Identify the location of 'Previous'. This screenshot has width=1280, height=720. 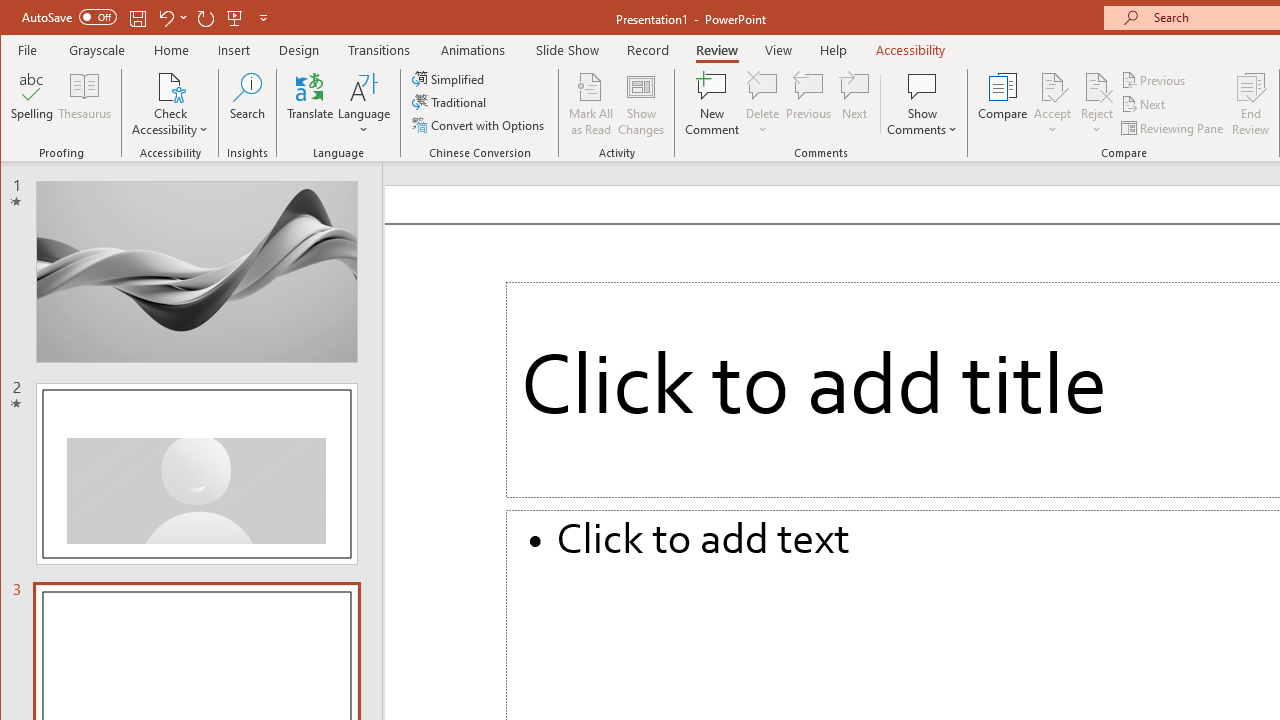
(1154, 79).